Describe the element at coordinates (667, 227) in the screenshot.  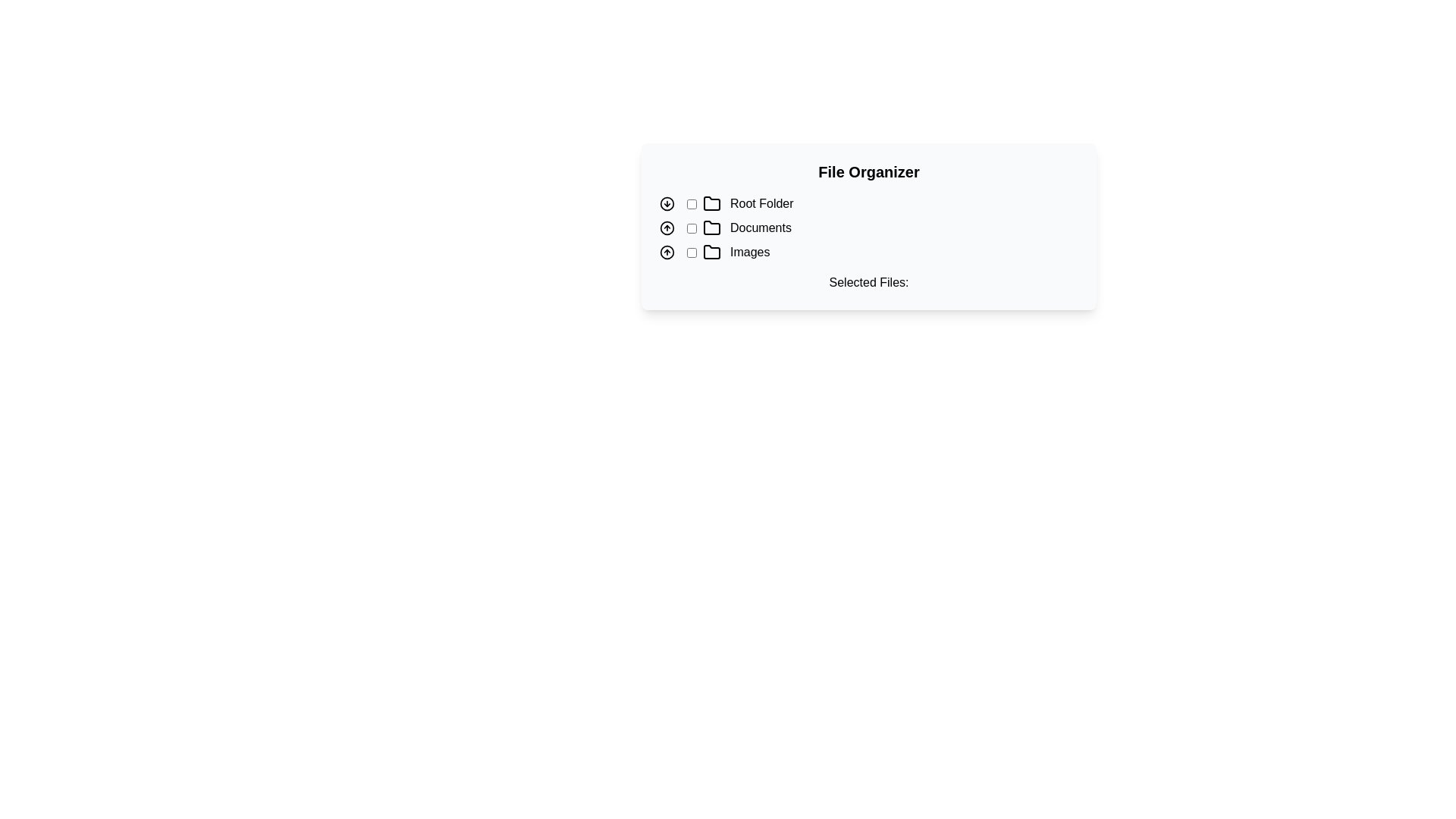
I see `the first graphical icon in the 'Documents' row` at that location.